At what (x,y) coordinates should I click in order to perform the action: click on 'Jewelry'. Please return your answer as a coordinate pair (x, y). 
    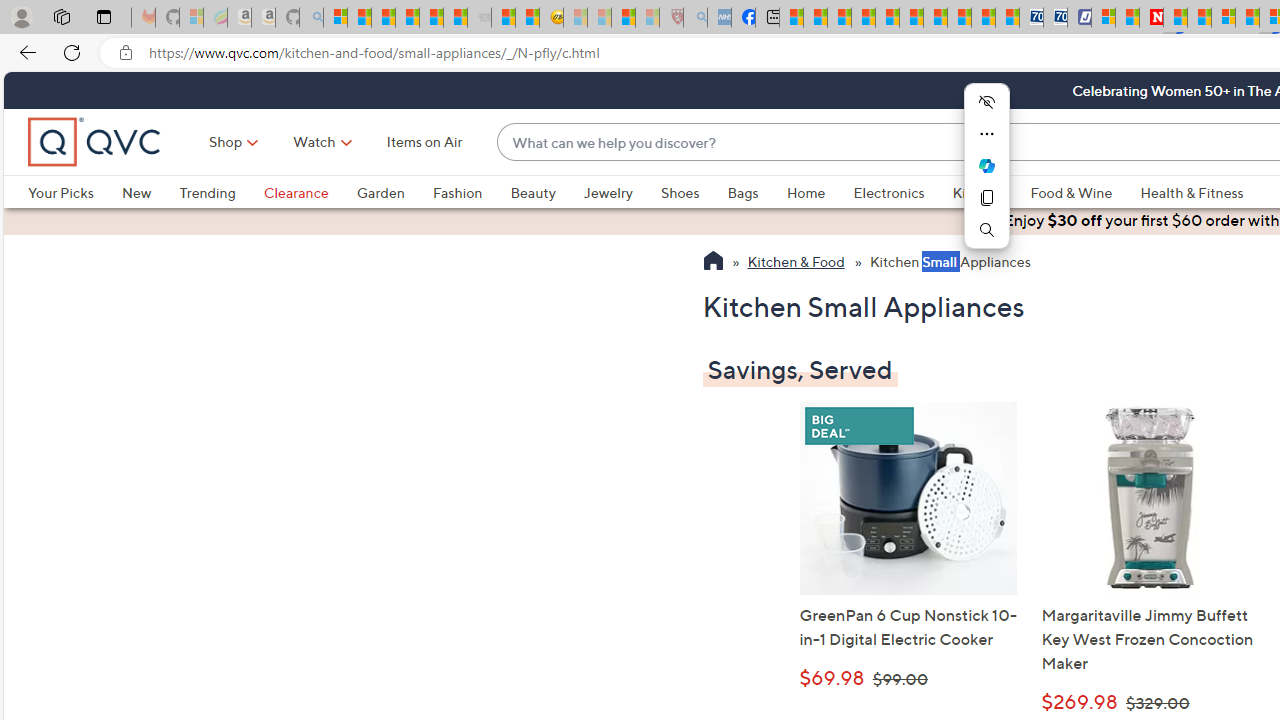
    Looking at the image, I should click on (620, 192).